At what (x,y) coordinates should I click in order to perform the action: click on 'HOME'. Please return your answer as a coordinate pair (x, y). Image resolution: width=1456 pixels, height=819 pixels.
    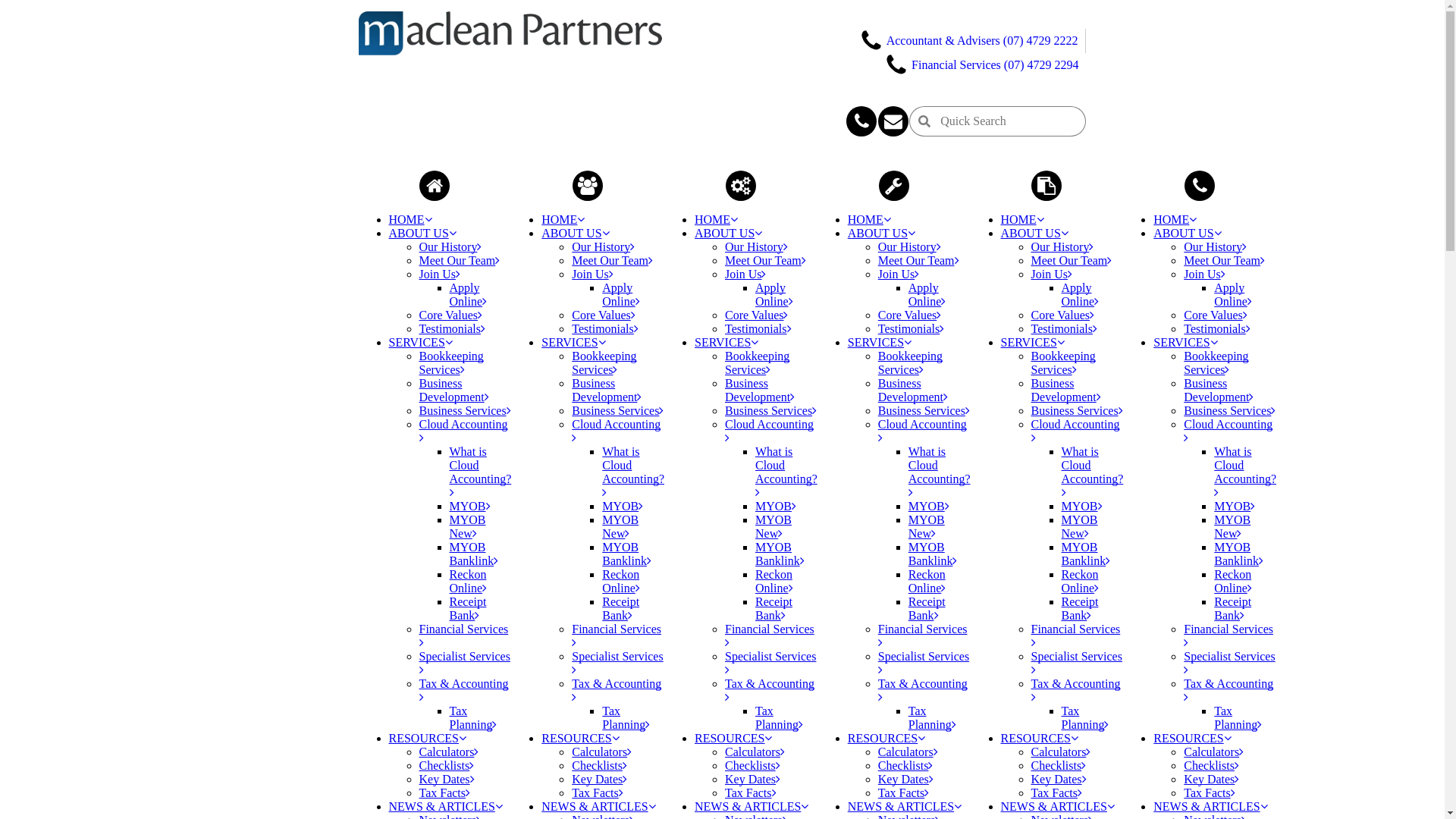
    Looking at the image, I should click on (562, 219).